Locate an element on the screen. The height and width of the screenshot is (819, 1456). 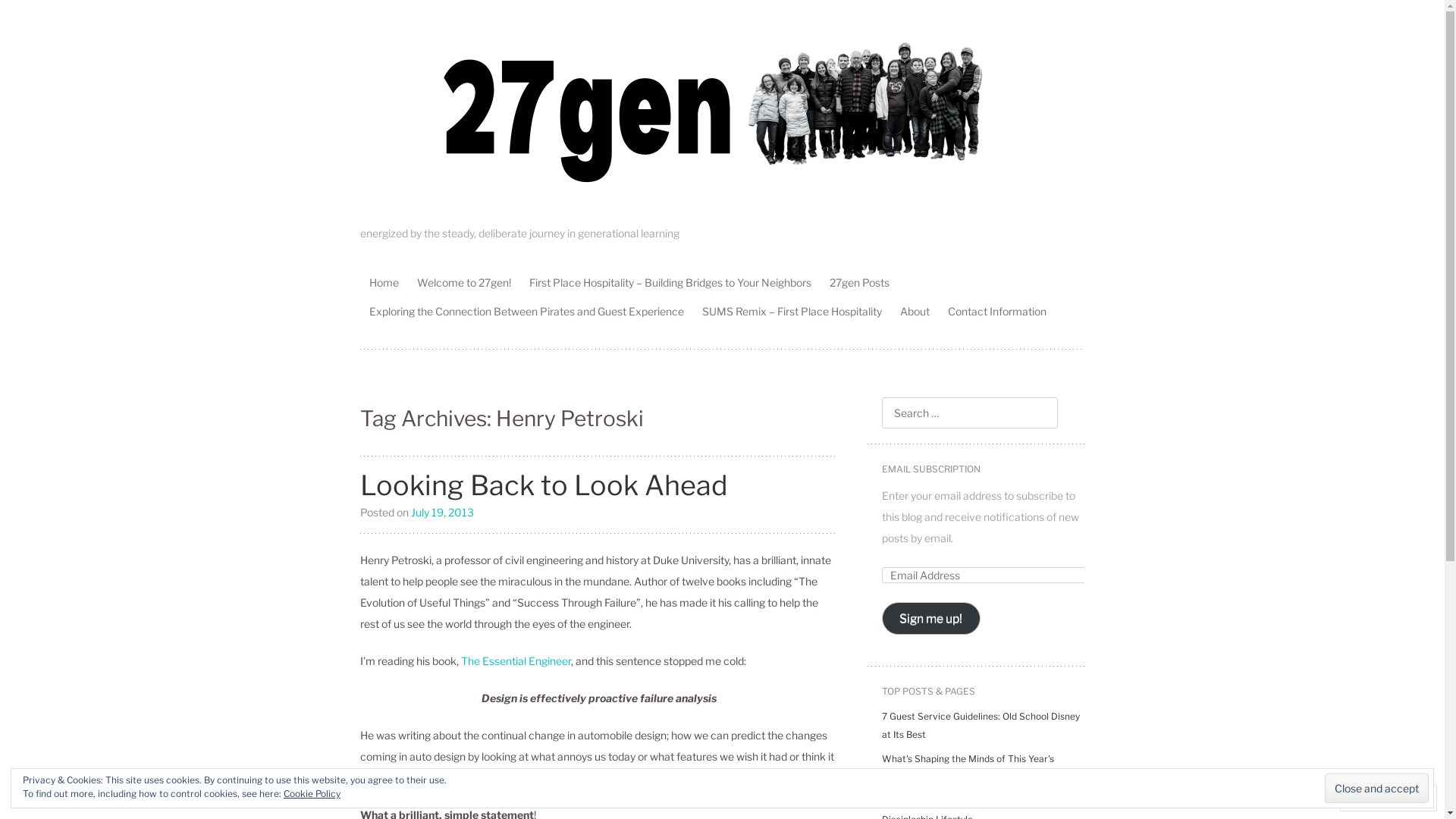
'The Essential Engineer' is located at coordinates (460, 659).